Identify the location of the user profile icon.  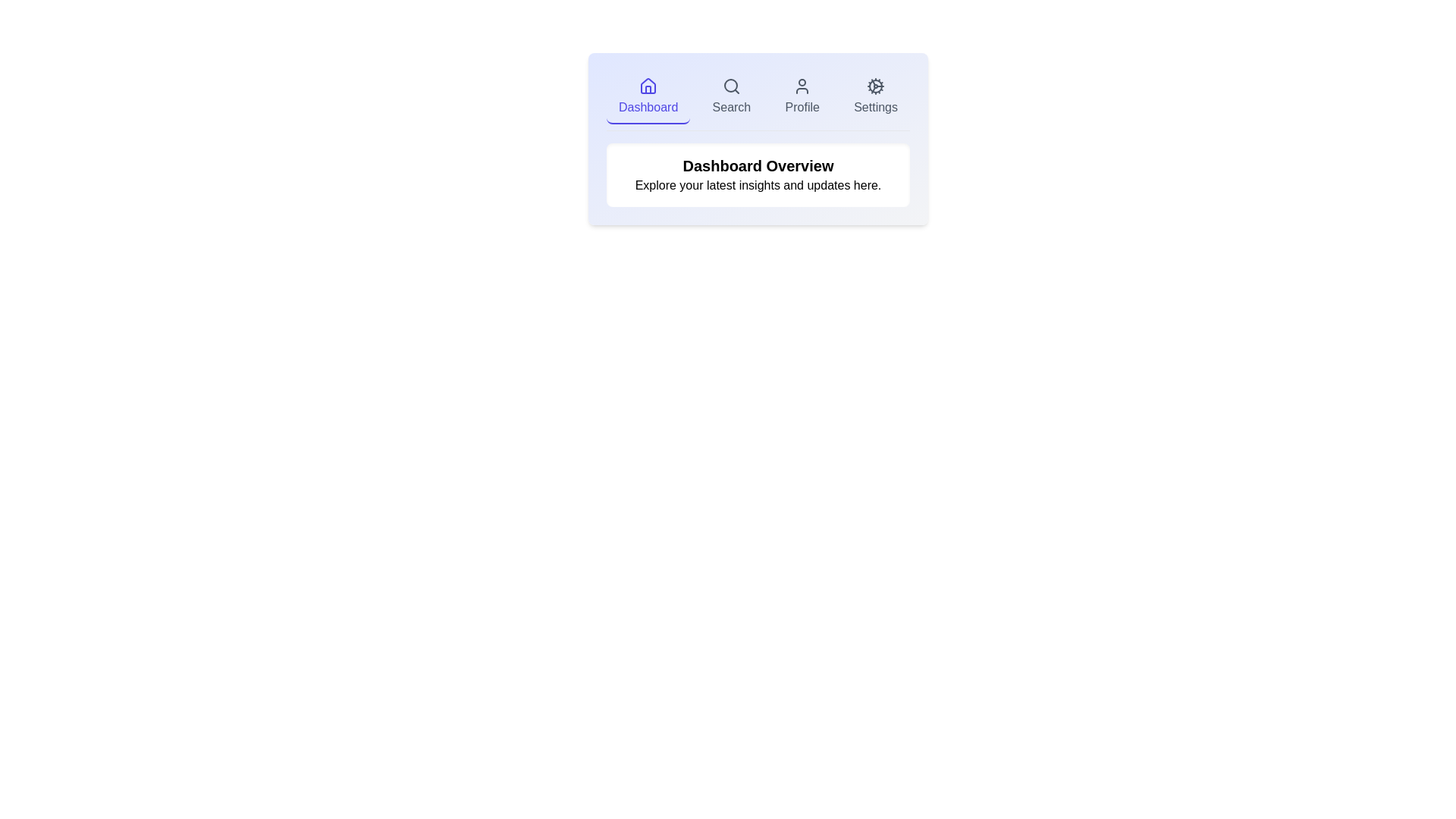
(802, 86).